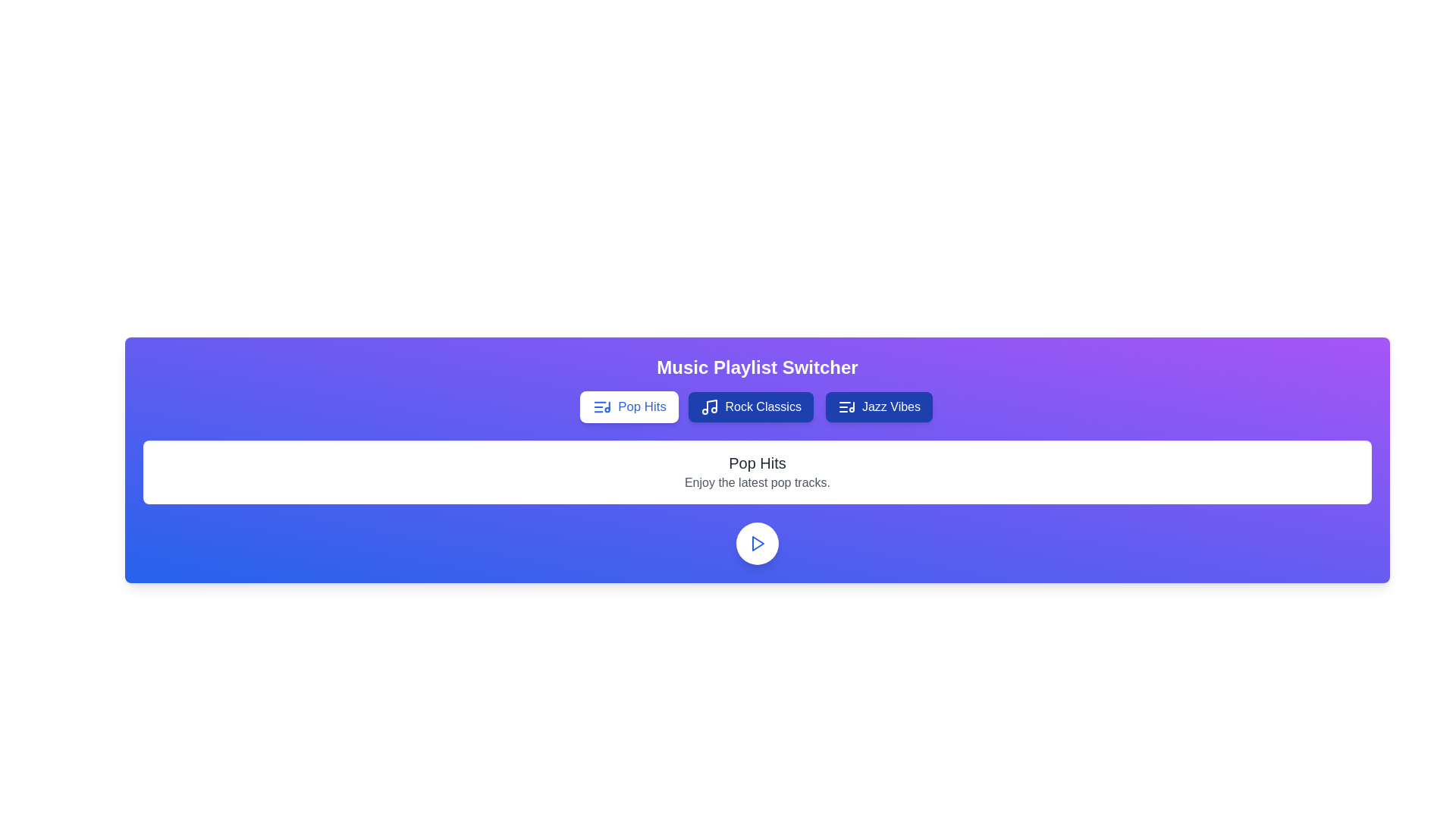 Image resolution: width=1456 pixels, height=819 pixels. I want to click on the musical notes icon, which is styled in a modern format with a blue background and is located within the 'Rock Classics' button, positioned between the 'Pop Hits' and 'Jazz Vibes' buttons, so click(709, 406).